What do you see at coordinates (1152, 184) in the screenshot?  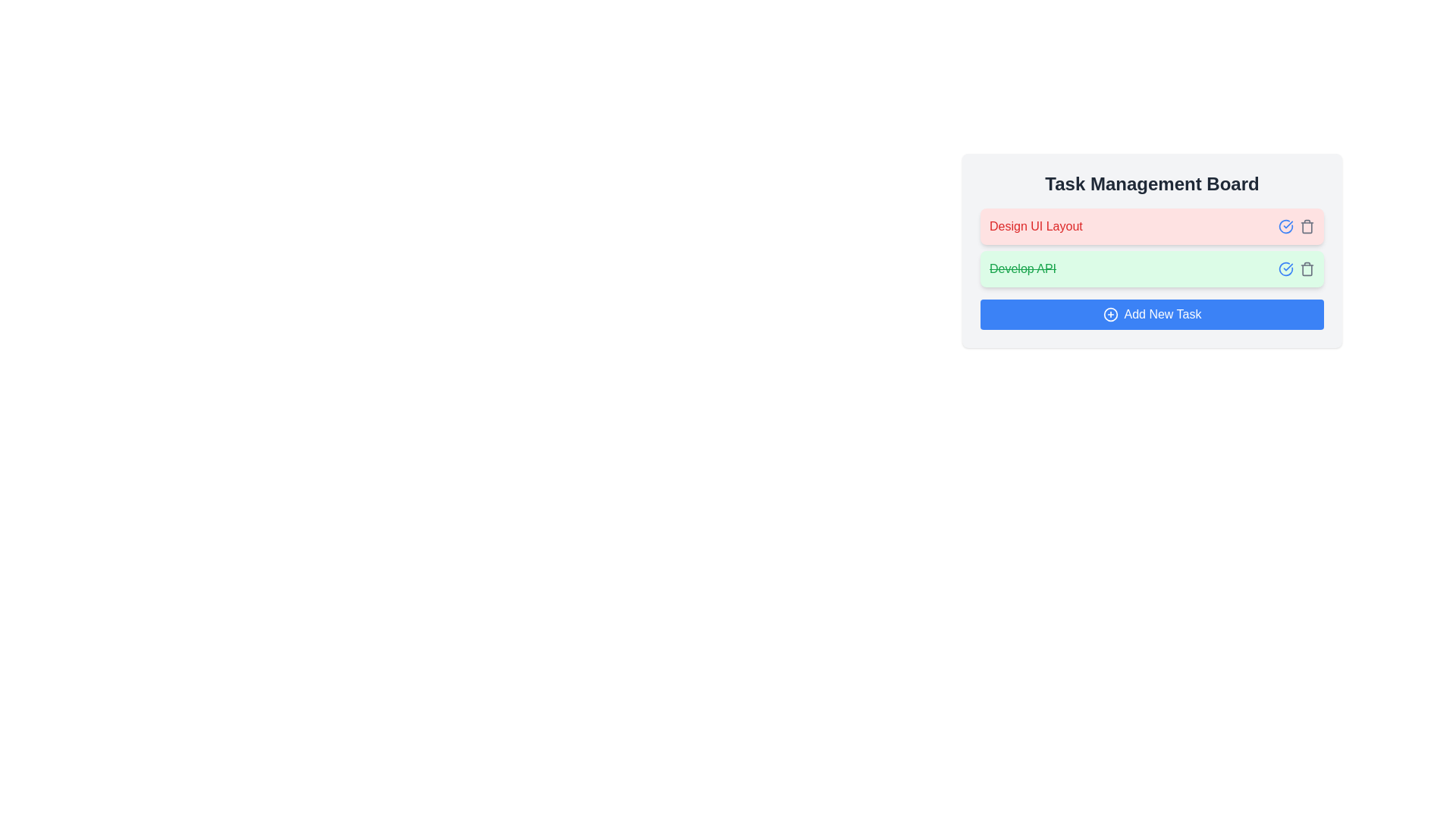 I see `the static text header that serves as the title for the task management board interface` at bounding box center [1152, 184].